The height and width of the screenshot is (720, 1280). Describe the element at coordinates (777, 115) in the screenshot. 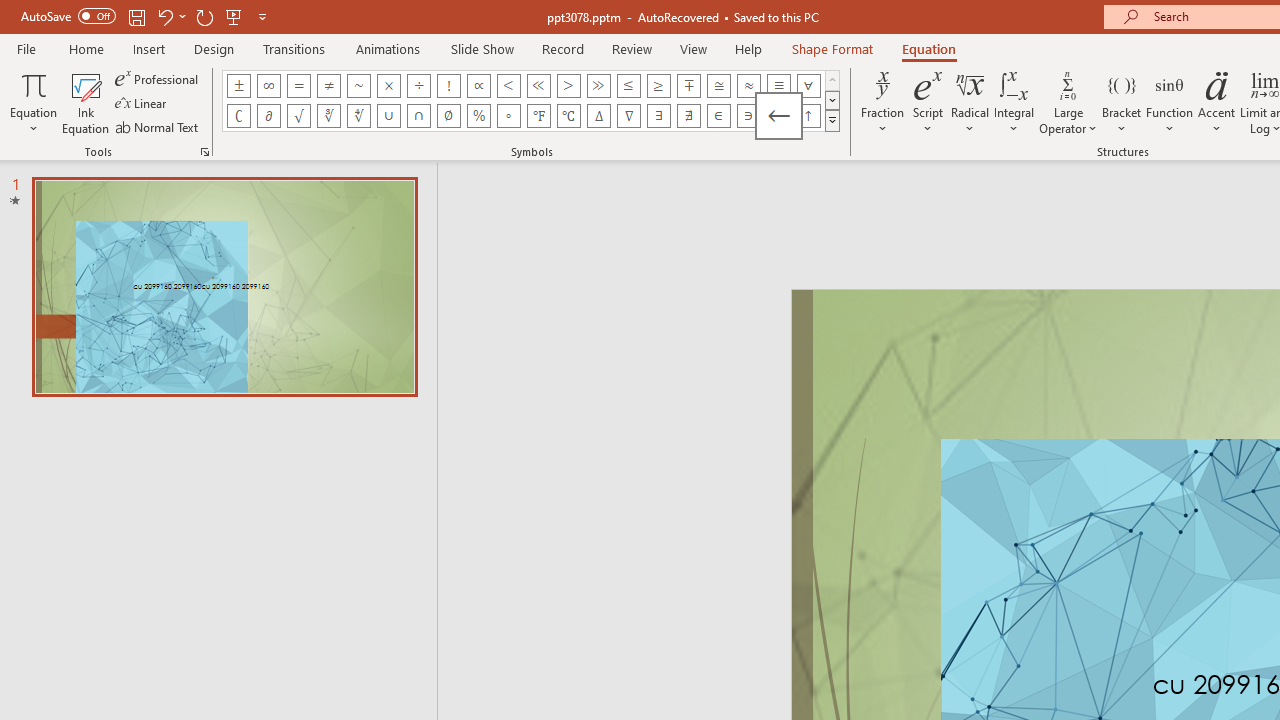

I see `'Equation Symbol Left Arrow'` at that location.